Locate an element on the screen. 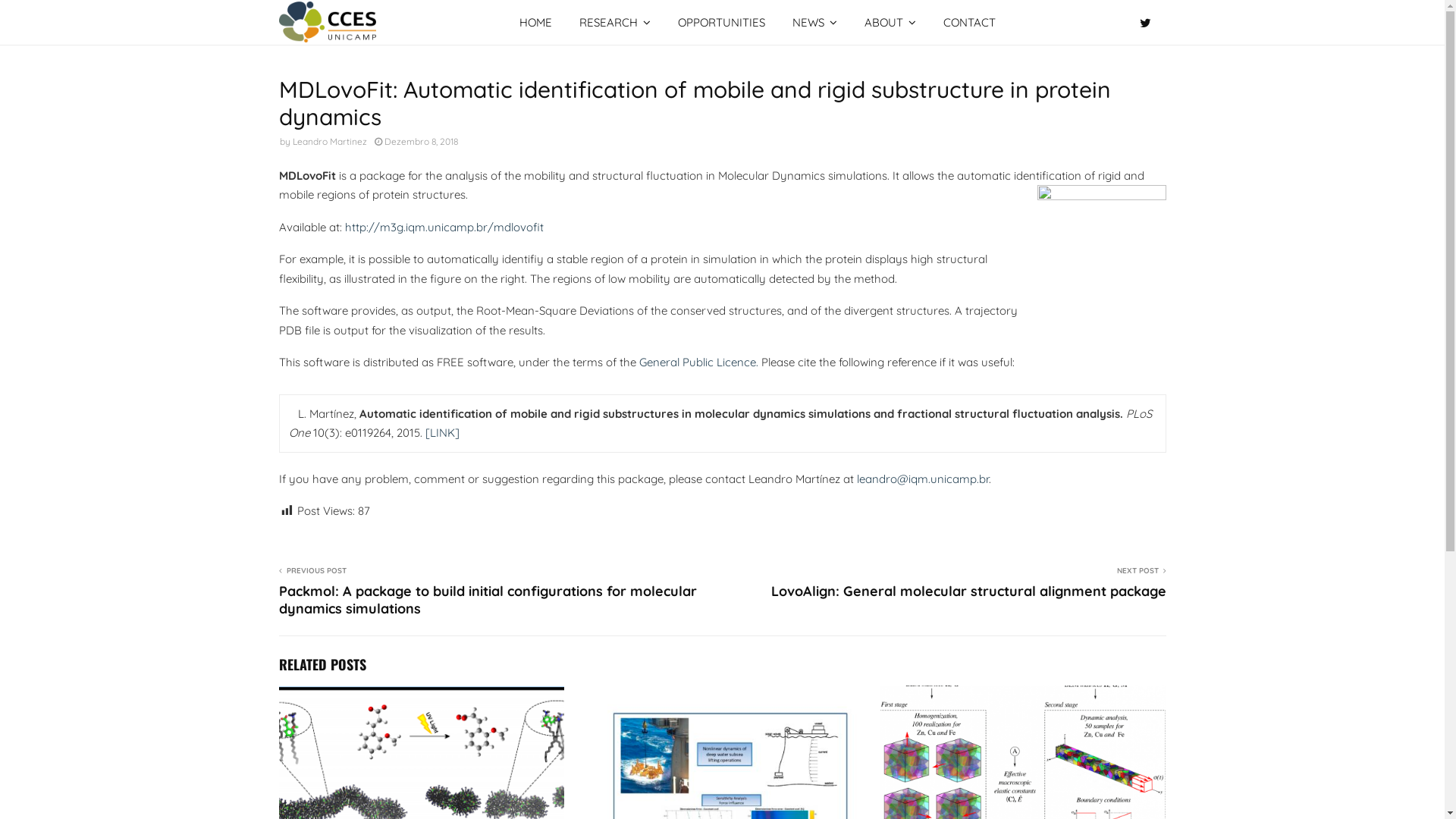  'General Public Licence.' is located at coordinates (697, 362).